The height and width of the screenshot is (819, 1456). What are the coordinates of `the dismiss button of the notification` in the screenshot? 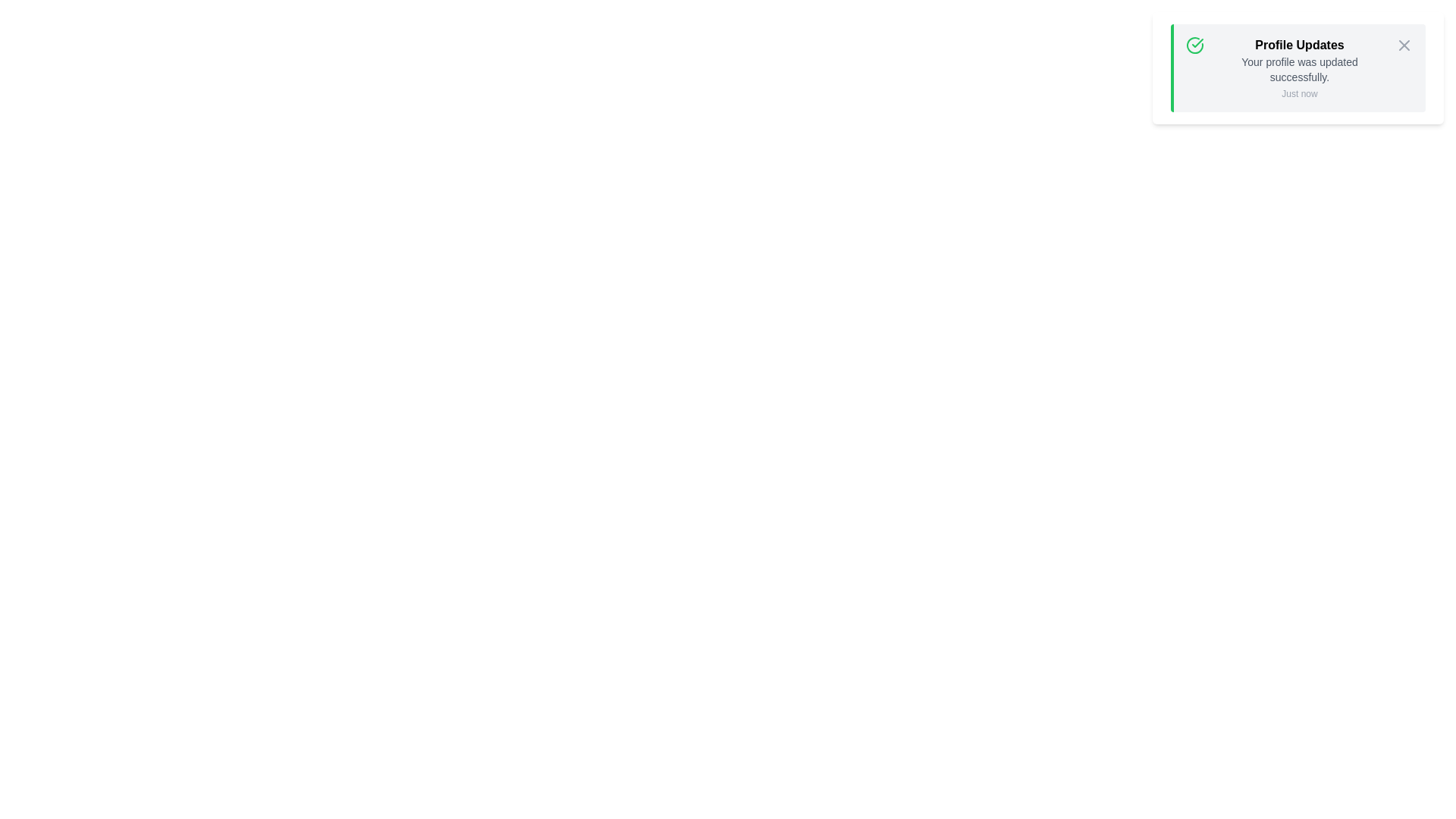 It's located at (1404, 45).